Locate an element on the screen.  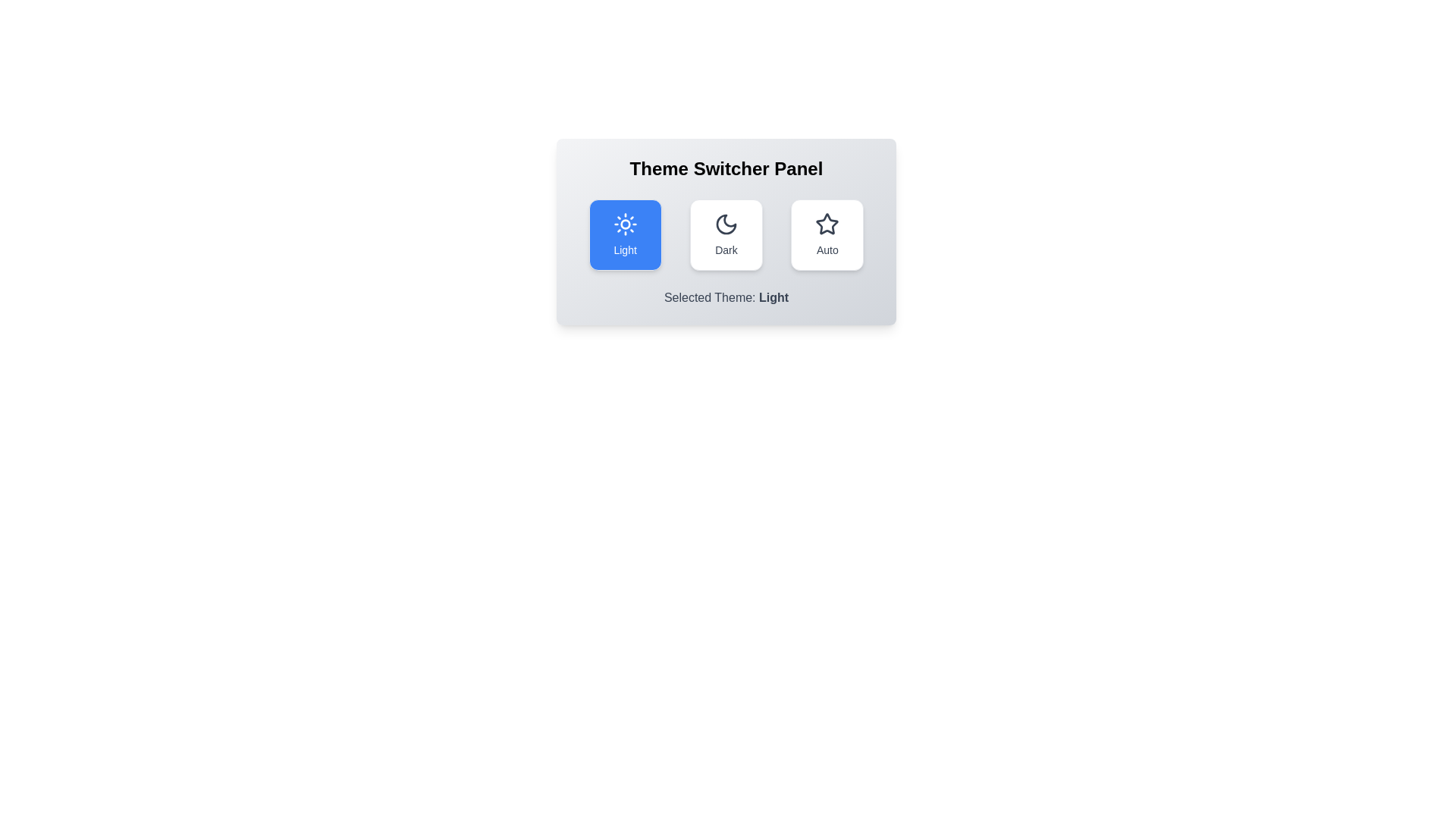
the text label that indicates the currently selected theme option located centrally at the bottom of the 'Theme Switcher Panel' card layout is located at coordinates (726, 298).